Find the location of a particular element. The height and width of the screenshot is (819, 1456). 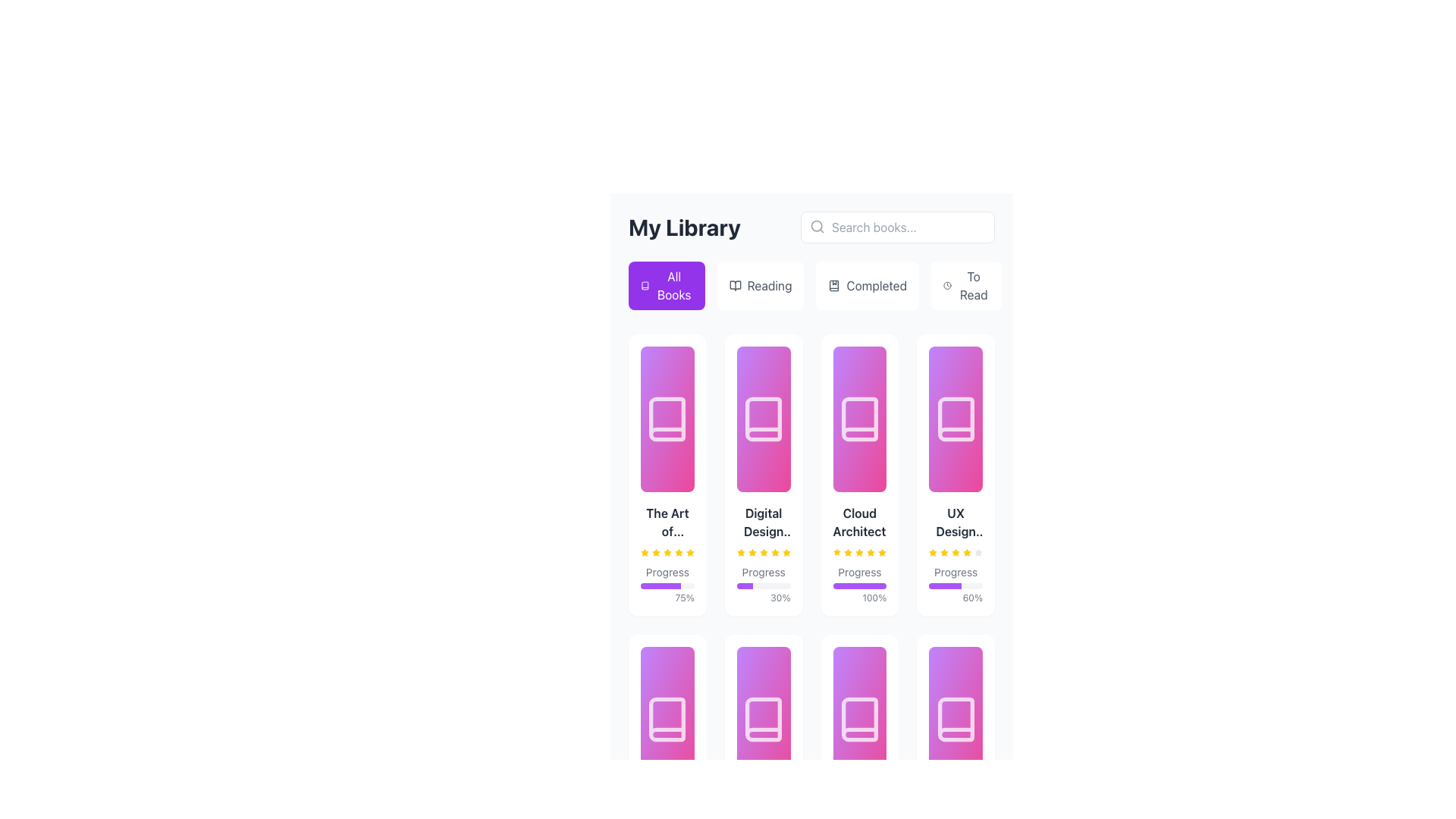

the decorative book icon located in the second column of the lower row of book tiles, which serves as a visual identifier for the associated book tile is located at coordinates (764, 718).